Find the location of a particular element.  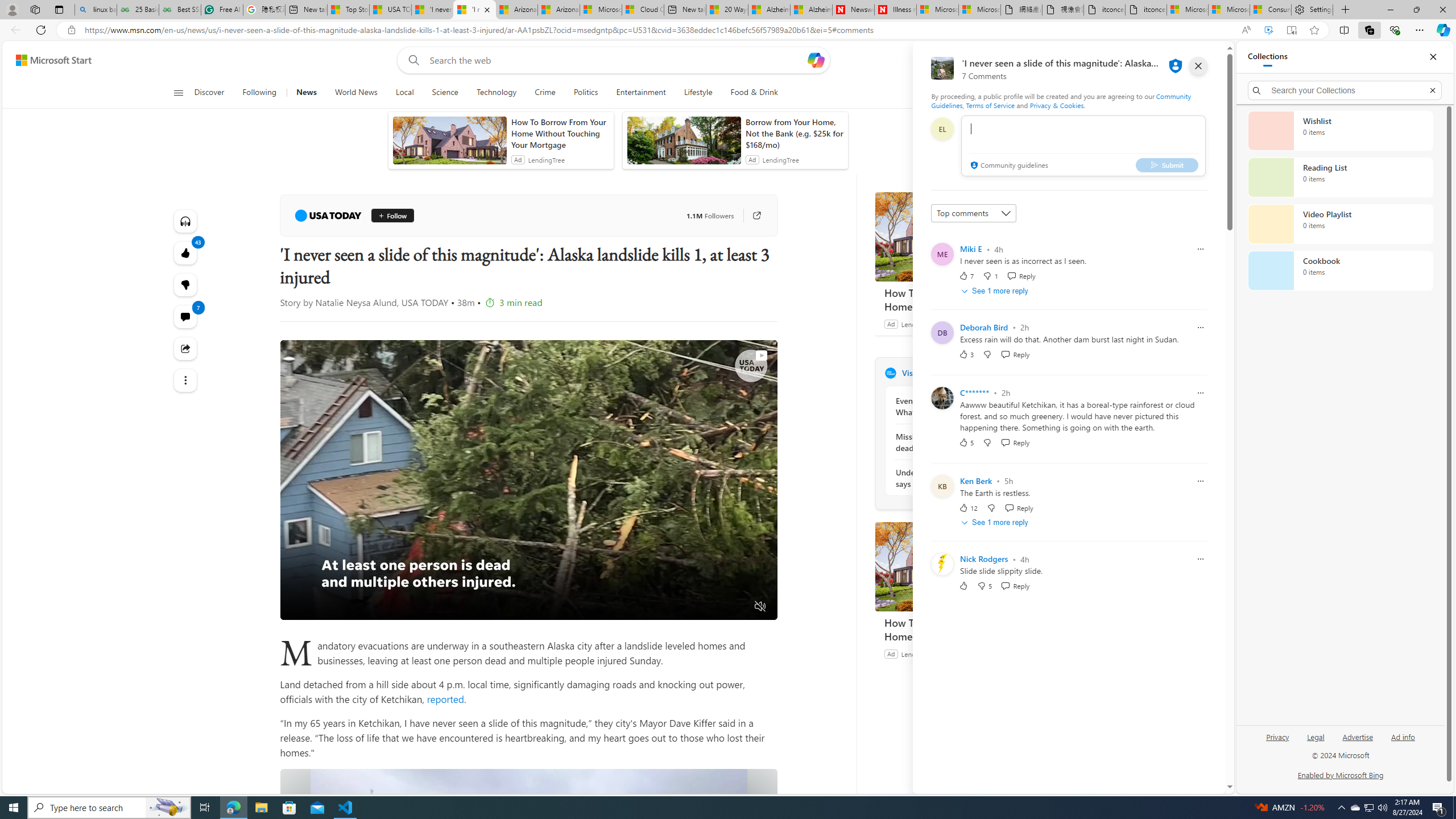

'20 Ways to Boost Your Protein Intake at Every Meal' is located at coordinates (726, 9).